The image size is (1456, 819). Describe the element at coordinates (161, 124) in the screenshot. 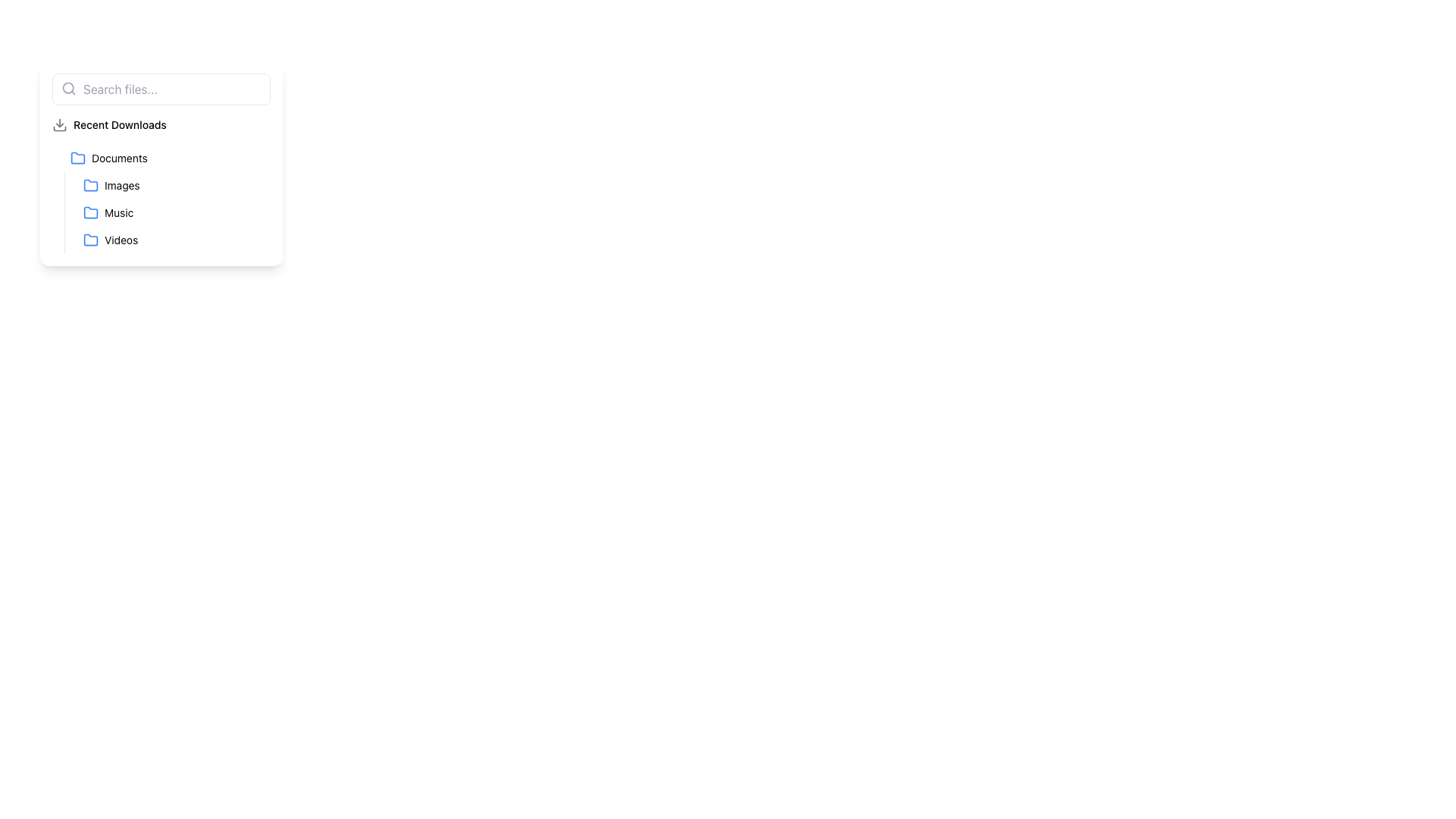

I see `the 'Recent Downloads' section header which includes a download icon and the text 'Recent Downloads', located in the file navigation panel beneath the search bar` at that location.